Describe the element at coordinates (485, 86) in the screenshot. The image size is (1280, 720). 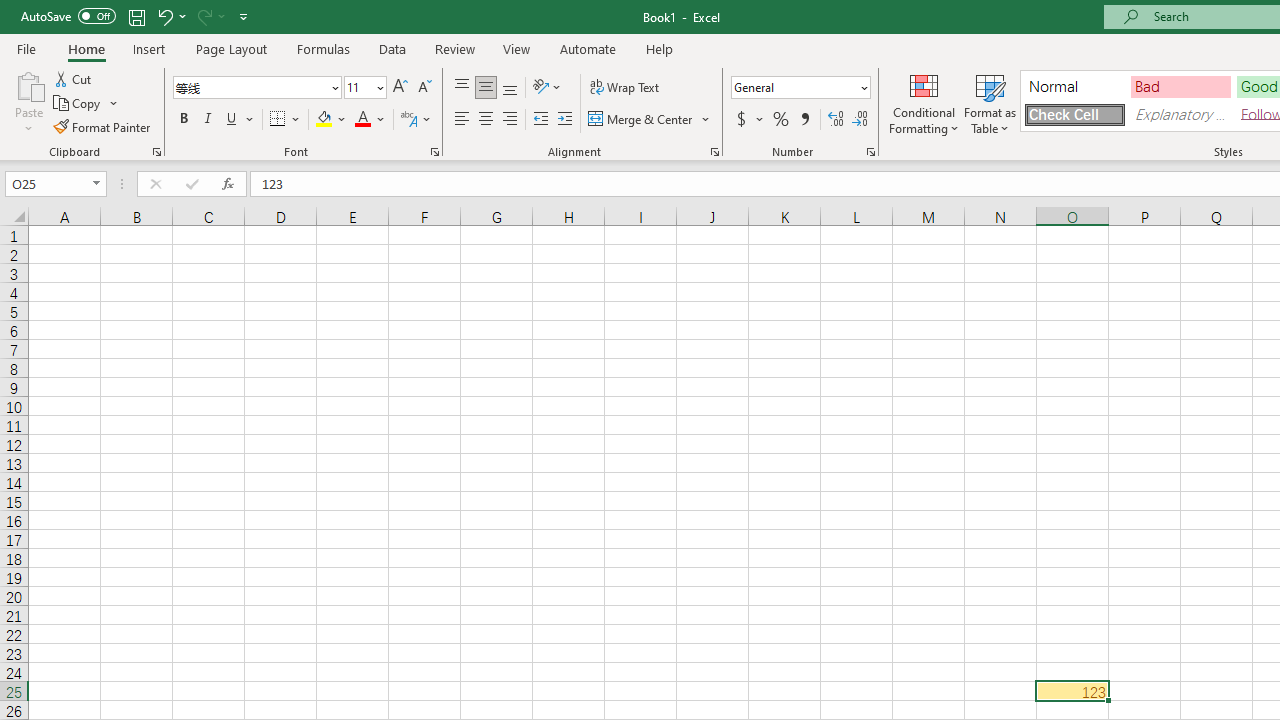
I see `'Middle Align'` at that location.